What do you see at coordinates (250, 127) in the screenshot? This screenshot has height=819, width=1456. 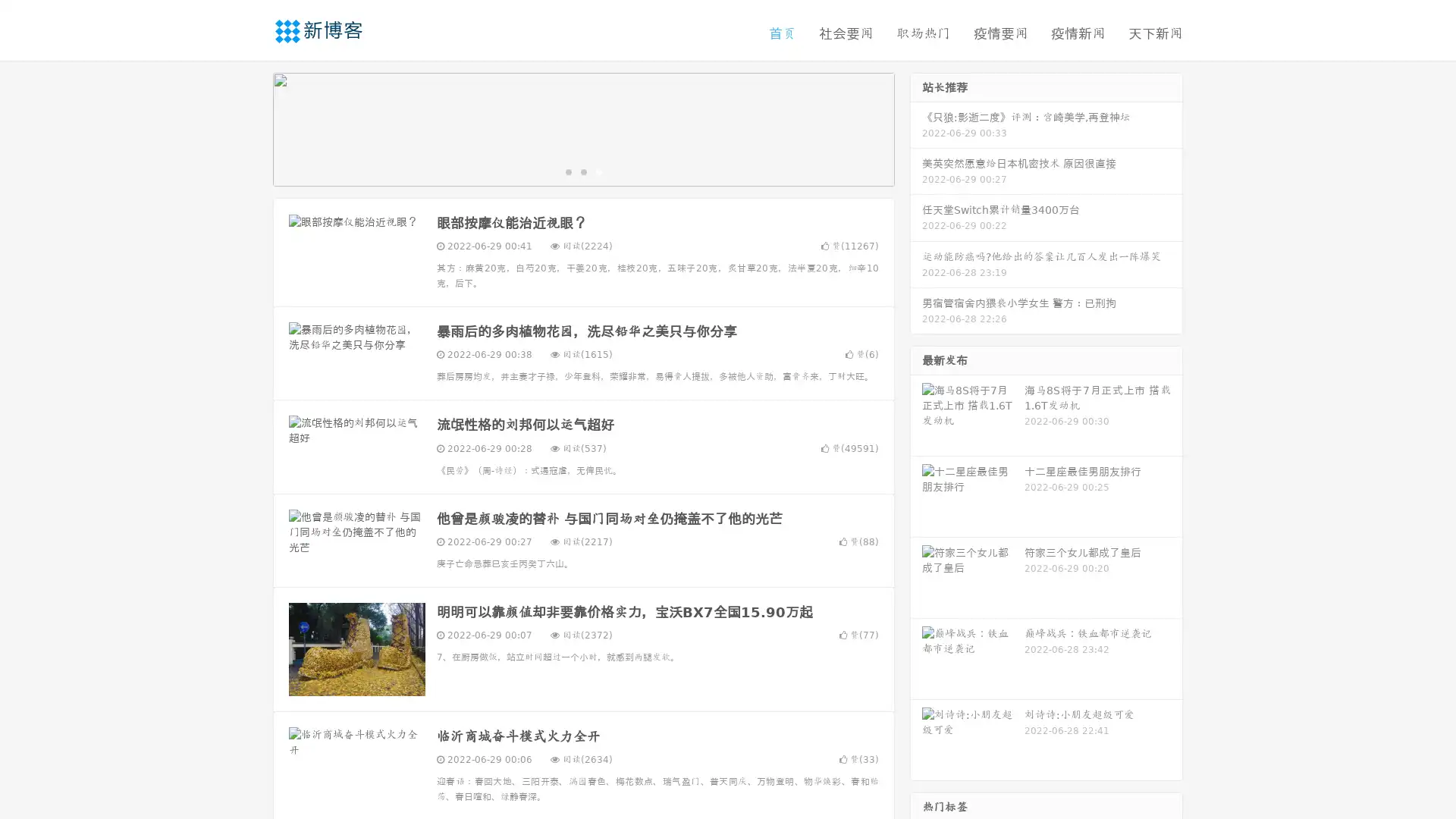 I see `Previous slide` at bounding box center [250, 127].